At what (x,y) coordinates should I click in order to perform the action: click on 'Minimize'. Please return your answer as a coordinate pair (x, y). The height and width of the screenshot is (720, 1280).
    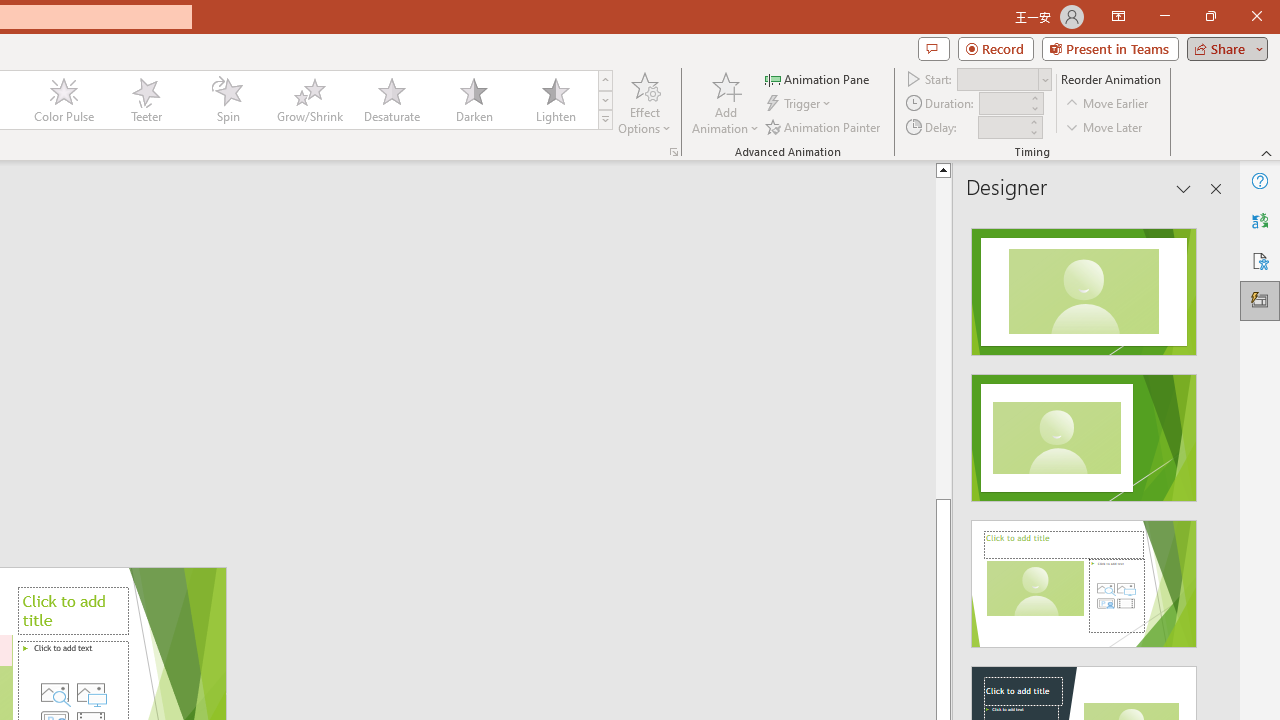
    Looking at the image, I should click on (1164, 16).